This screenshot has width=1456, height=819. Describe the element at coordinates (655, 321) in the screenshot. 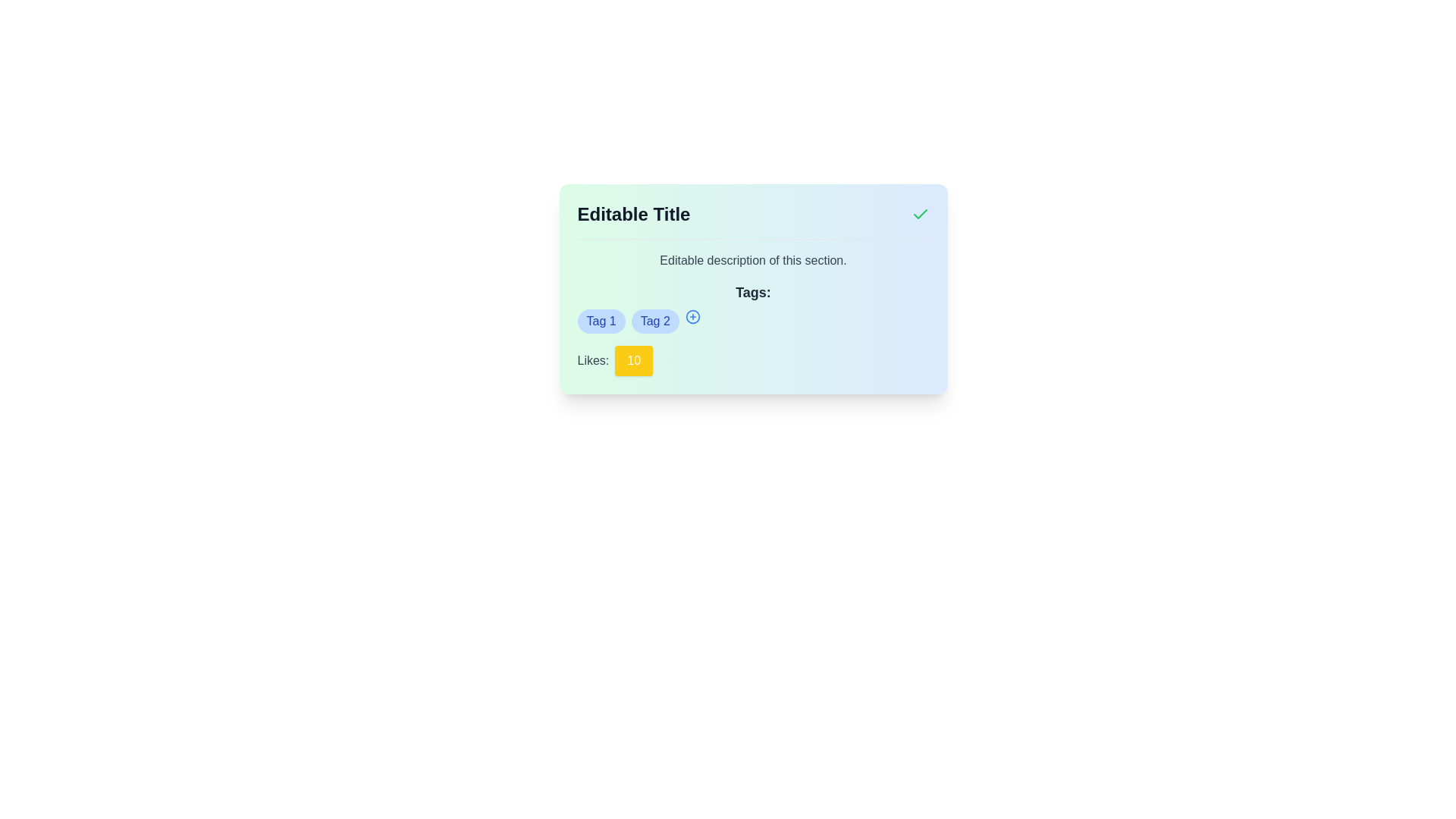

I see `the rounded tag label displaying 'Tag 2' with a light blue background and darker blue text to interact with it` at that location.